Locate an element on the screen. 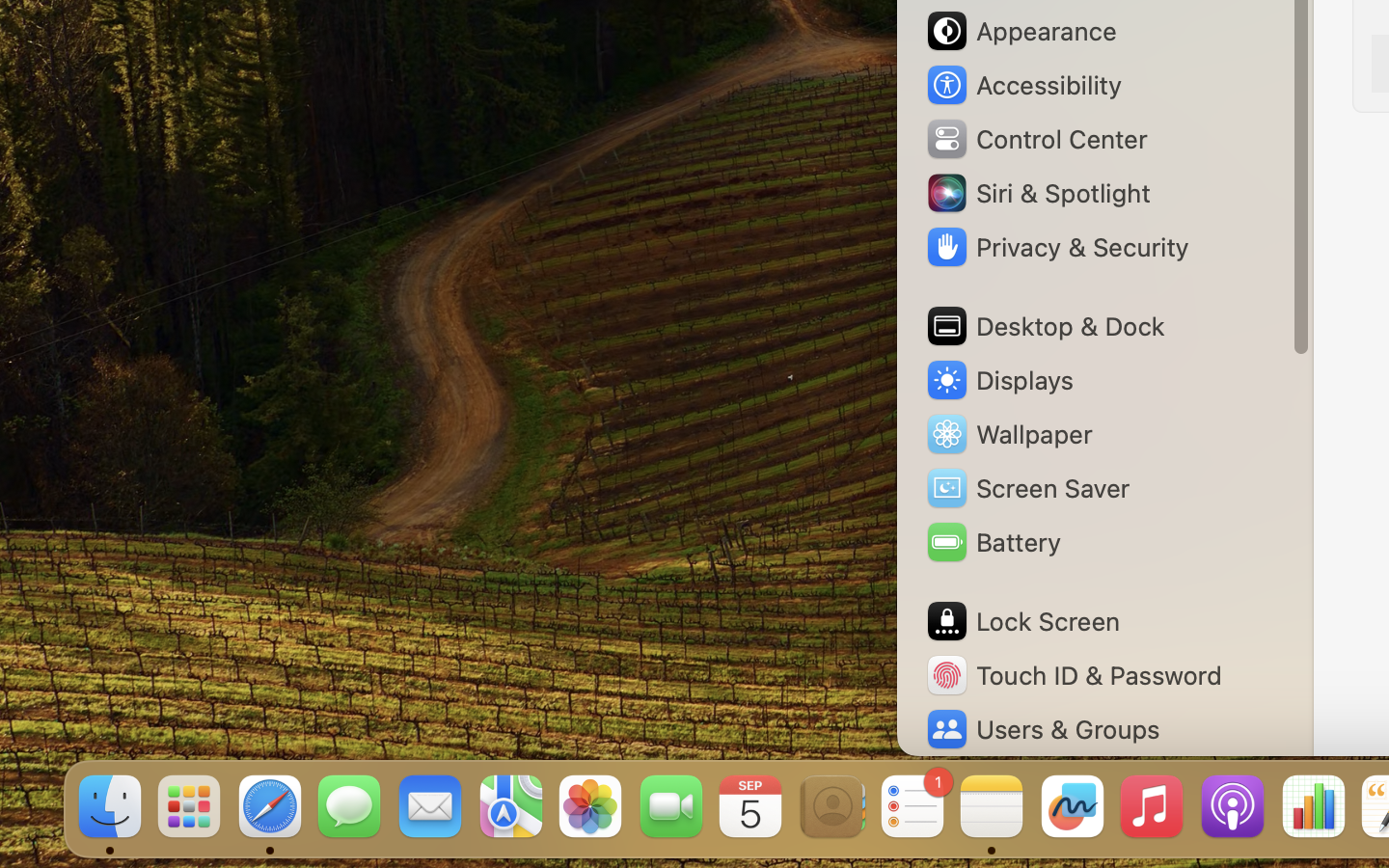  'Users & Groups' is located at coordinates (1042, 728).